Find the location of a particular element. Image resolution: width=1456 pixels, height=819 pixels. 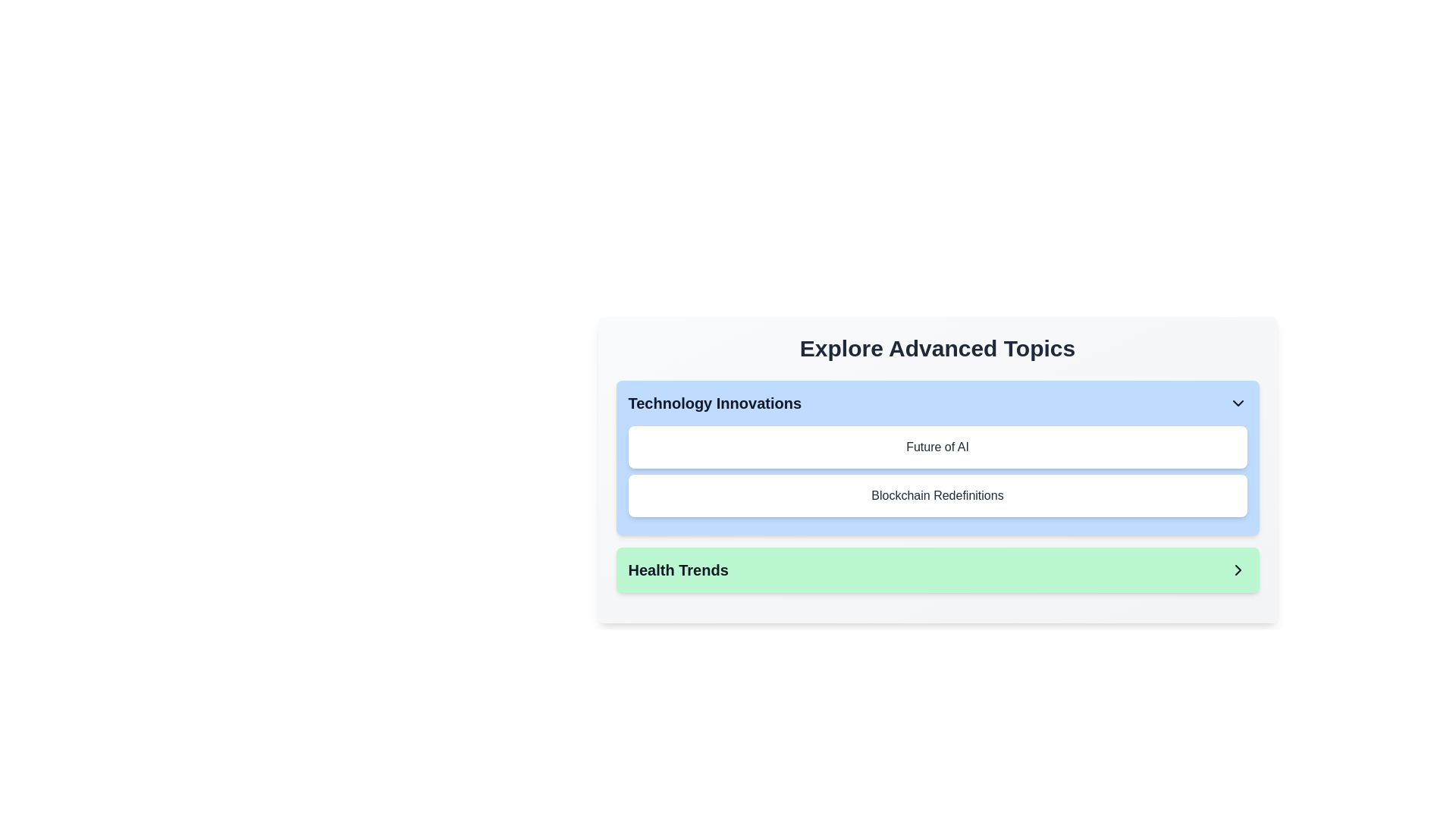

the chevron icon located near the right edge of the green section labeled 'Health Trends' is located at coordinates (1238, 570).